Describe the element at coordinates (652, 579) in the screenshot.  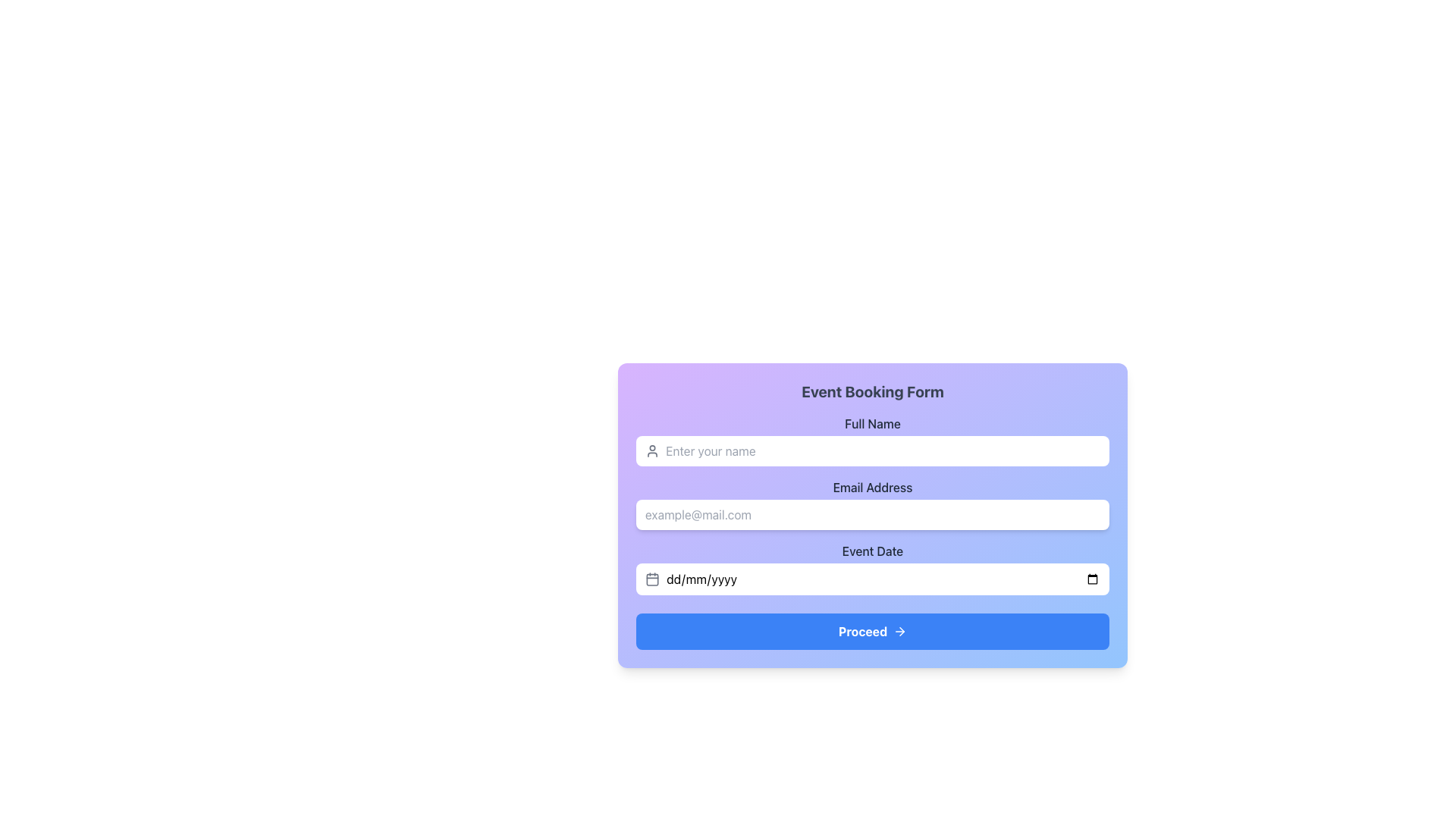
I see `the date selection icon located in the 'Event Booking Form' next to the 'Event Date' input field to invoke the date picker` at that location.